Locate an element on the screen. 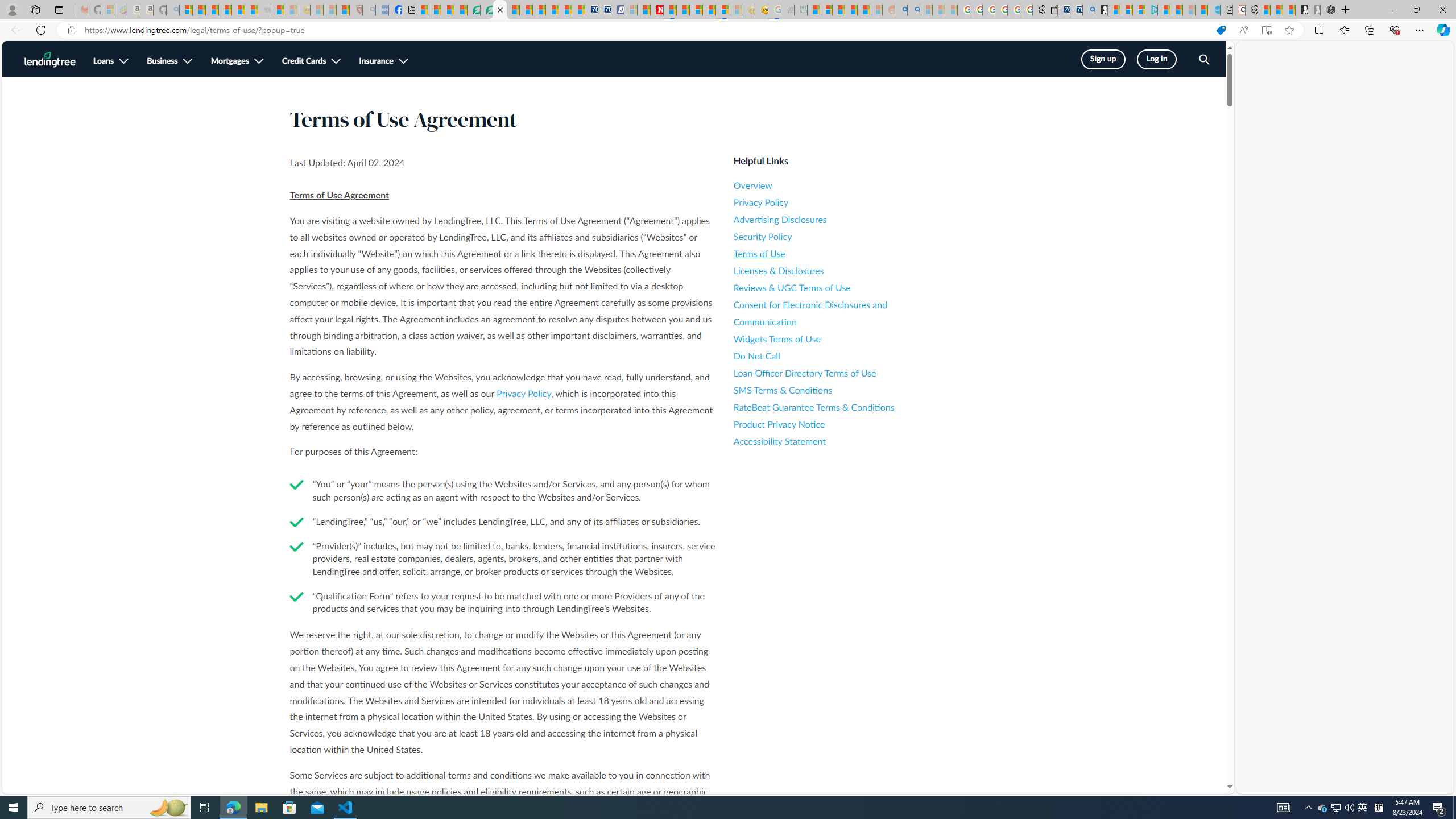  'Do Not Call' is located at coordinates (835, 355).